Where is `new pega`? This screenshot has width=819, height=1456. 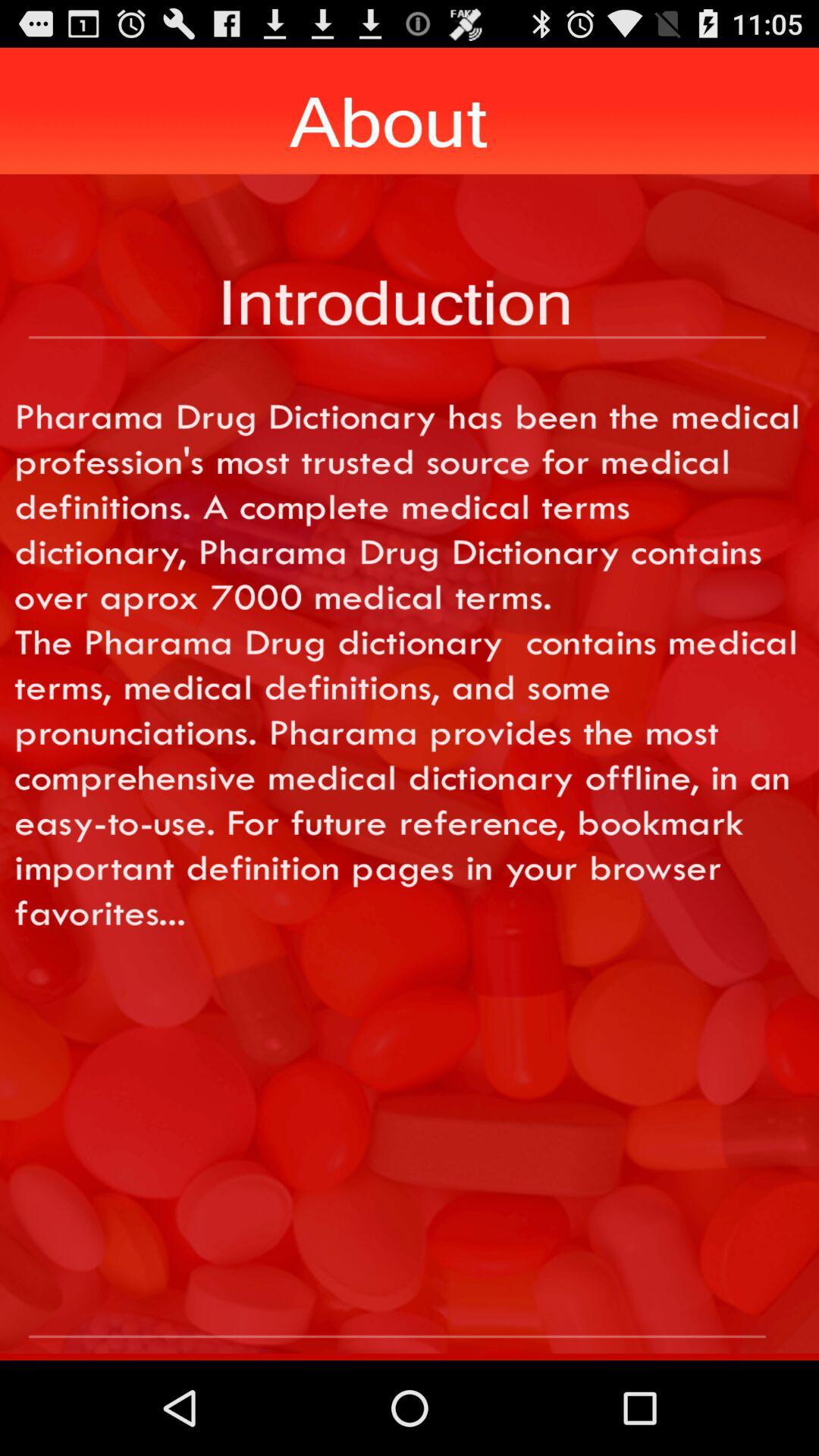
new pega is located at coordinates (409, 1310).